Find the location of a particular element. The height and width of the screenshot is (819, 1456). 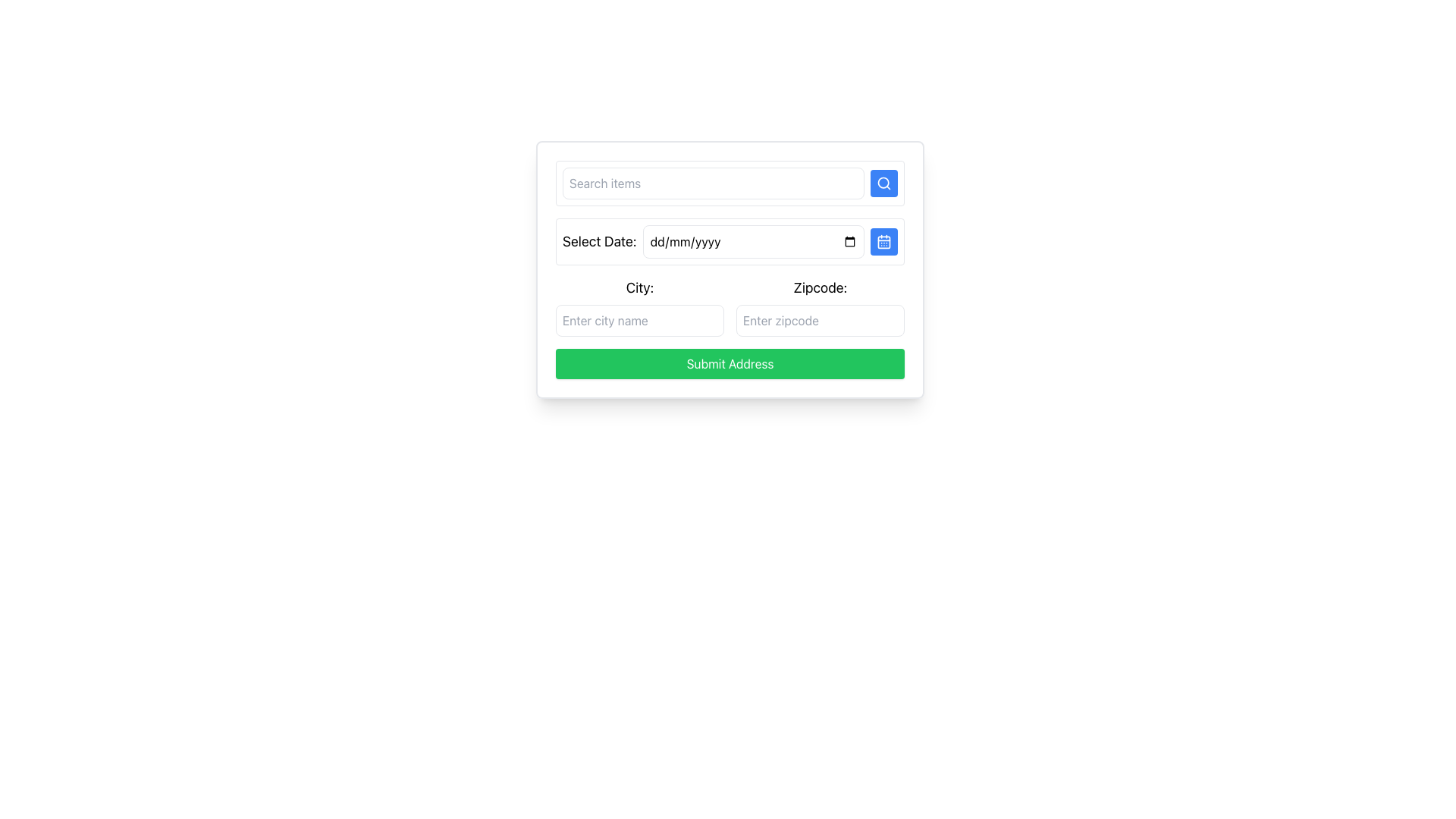

the SVG rectangle with rounded corners that is part of the calendar icon located to the right of the 'Select Date' input field is located at coordinates (884, 241).